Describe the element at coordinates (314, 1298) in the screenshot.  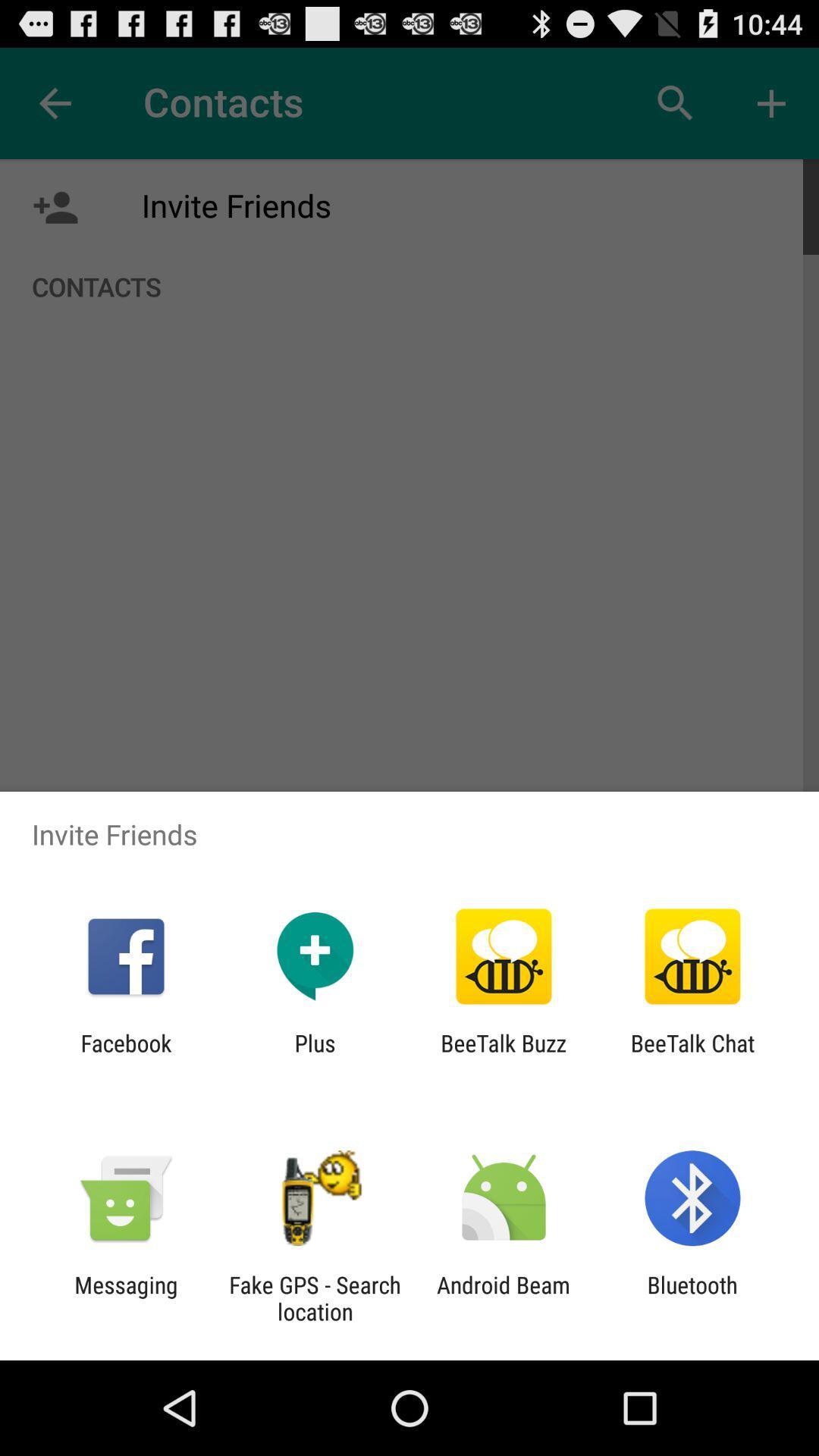
I see `the app next to the android beam app` at that location.